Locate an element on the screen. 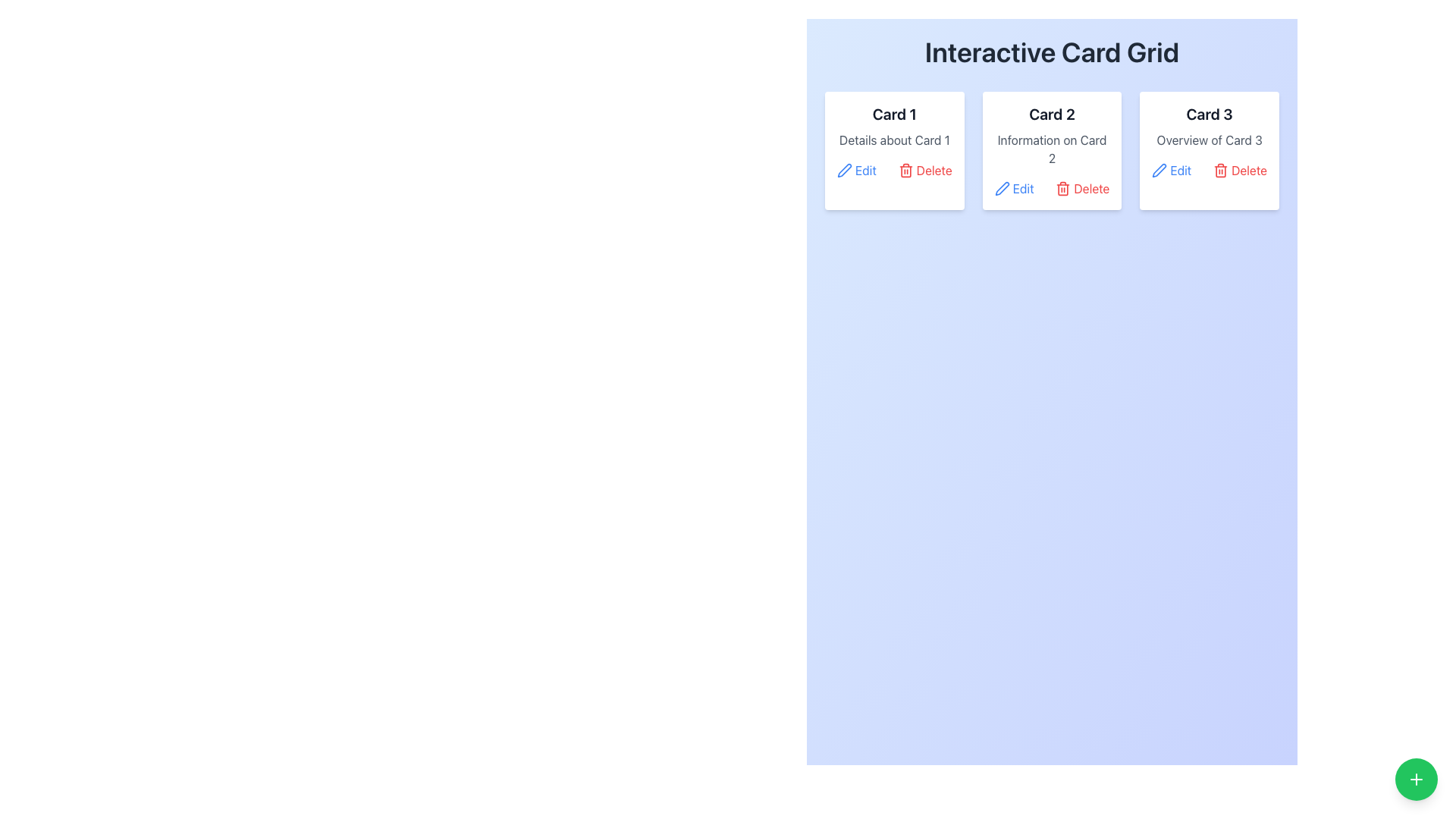 Image resolution: width=1456 pixels, height=819 pixels. the red trash can icon located between the 'Edit' icon and the 'Delete' text in the 'Card 2' segment of the card grid display is located at coordinates (1062, 188).